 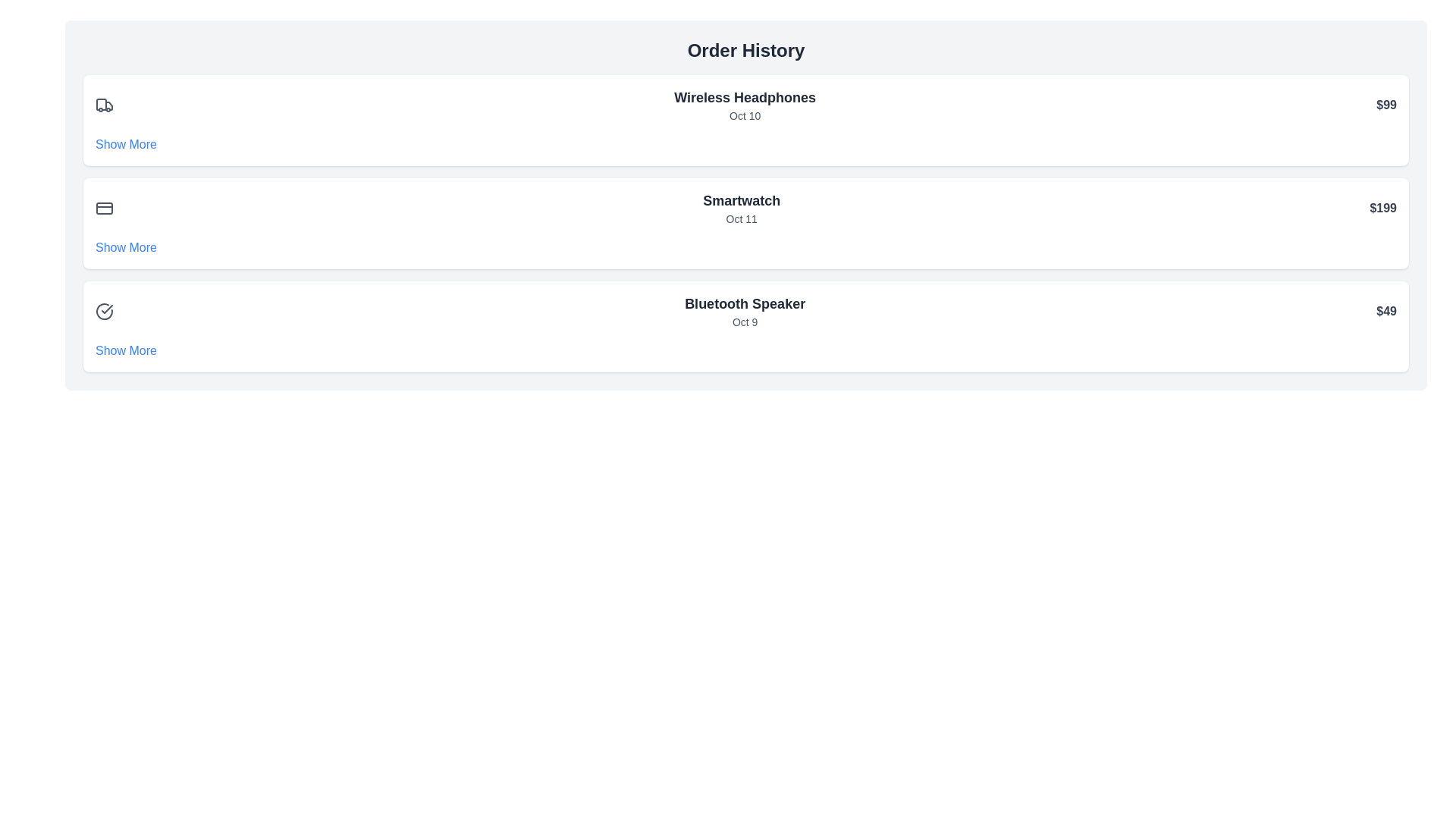 I want to click on the product name text label that displays the name of a product within a list of ordered items, located between 'Smartwatch' and 'Wireless Headphones', so click(x=745, y=304).